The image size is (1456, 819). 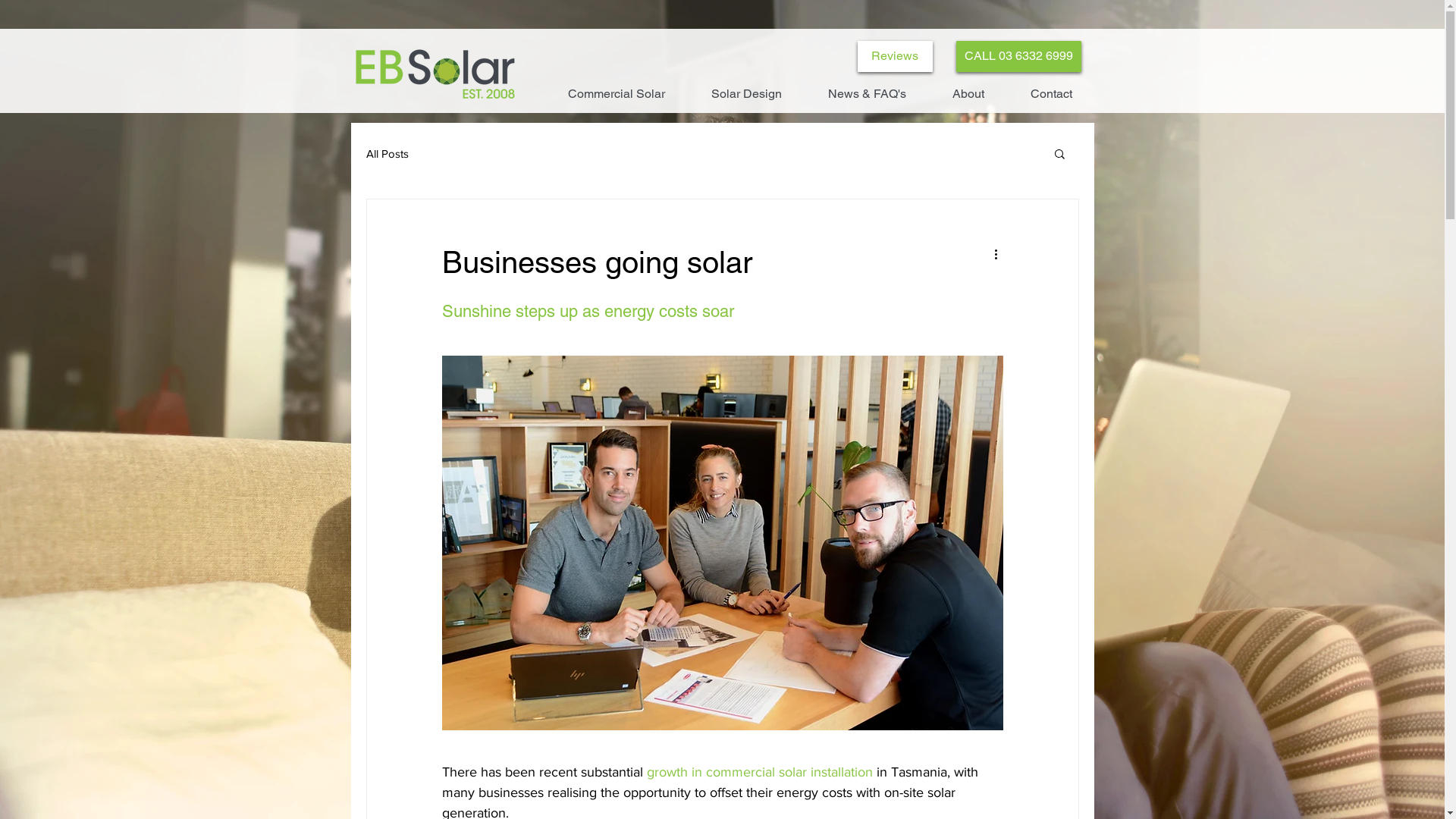 What do you see at coordinates (968, 93) in the screenshot?
I see `'About'` at bounding box center [968, 93].